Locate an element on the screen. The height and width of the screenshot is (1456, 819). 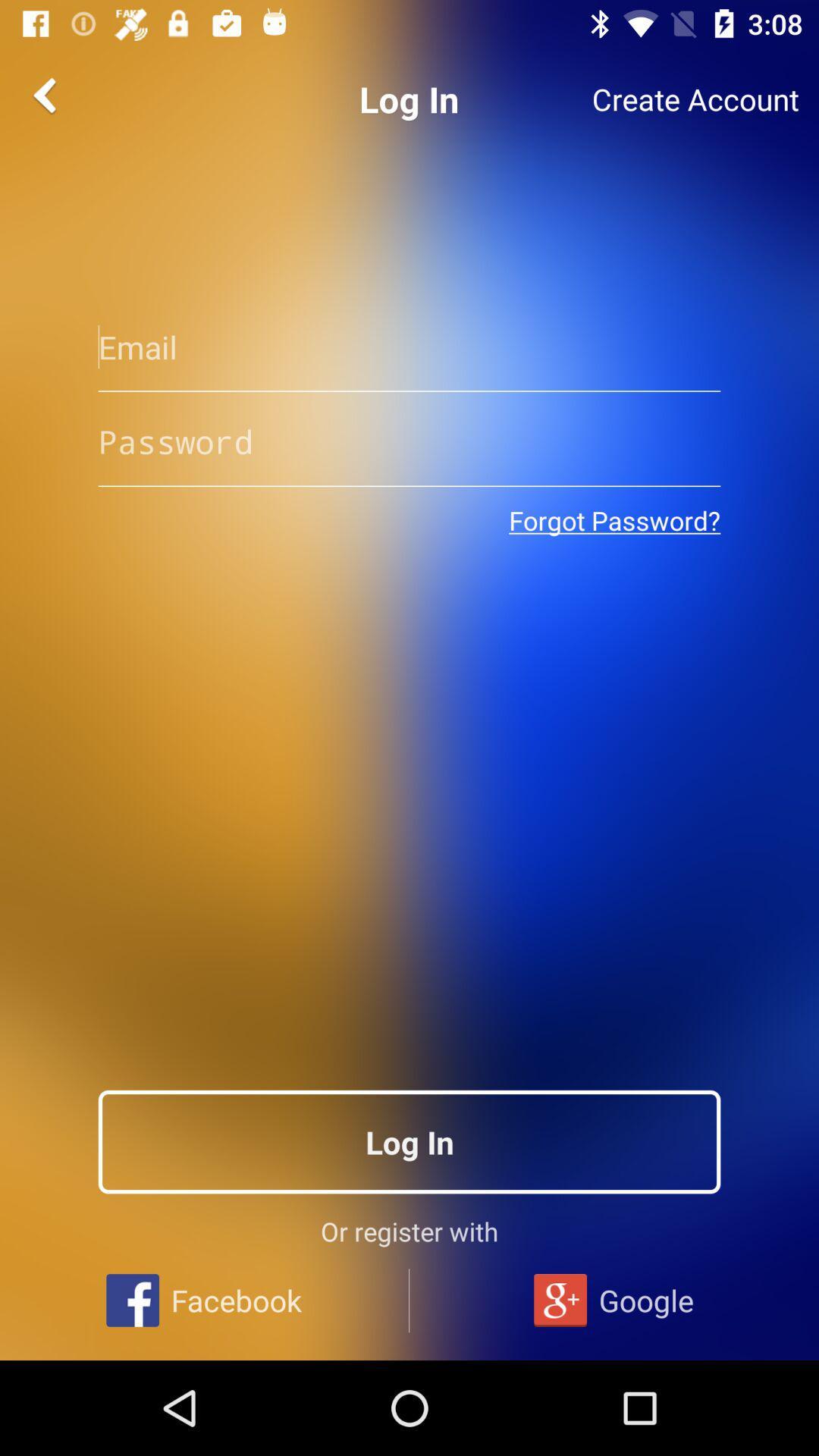
item at the top left corner is located at coordinates (46, 94).